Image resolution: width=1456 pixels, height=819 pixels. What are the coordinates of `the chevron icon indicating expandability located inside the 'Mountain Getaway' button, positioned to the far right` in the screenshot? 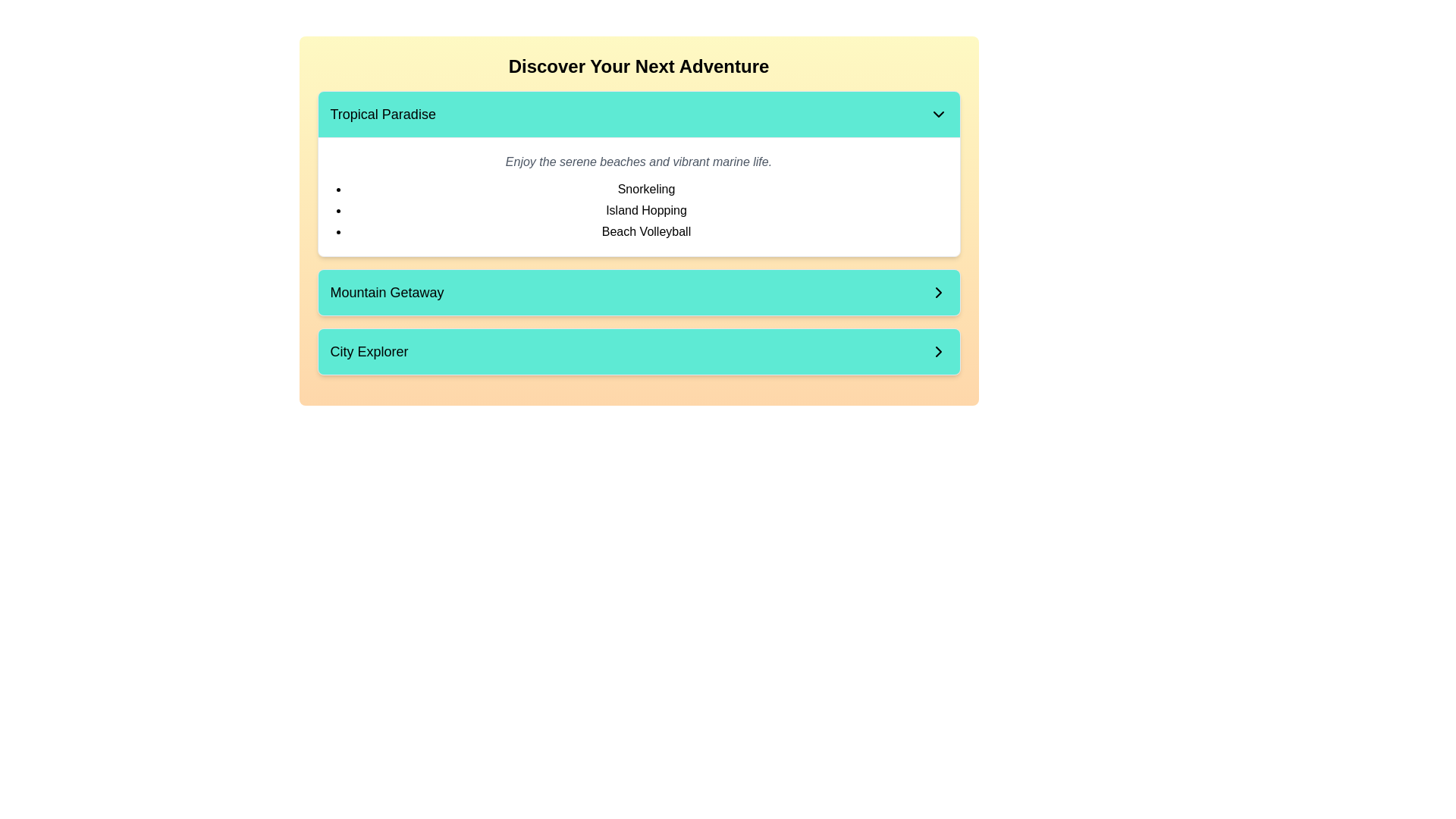 It's located at (937, 292).